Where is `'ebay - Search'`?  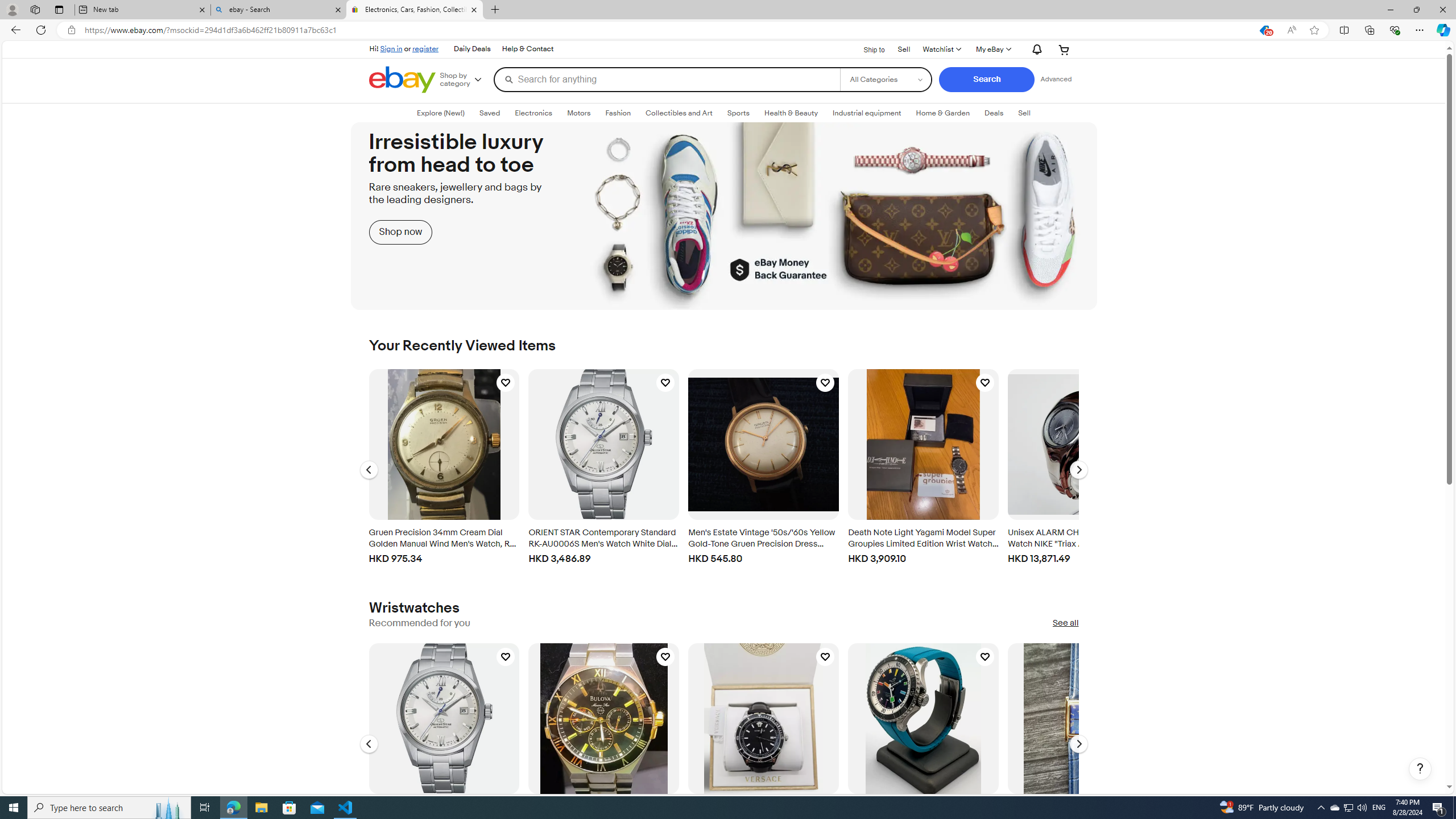
'ebay - Search' is located at coordinates (278, 9).